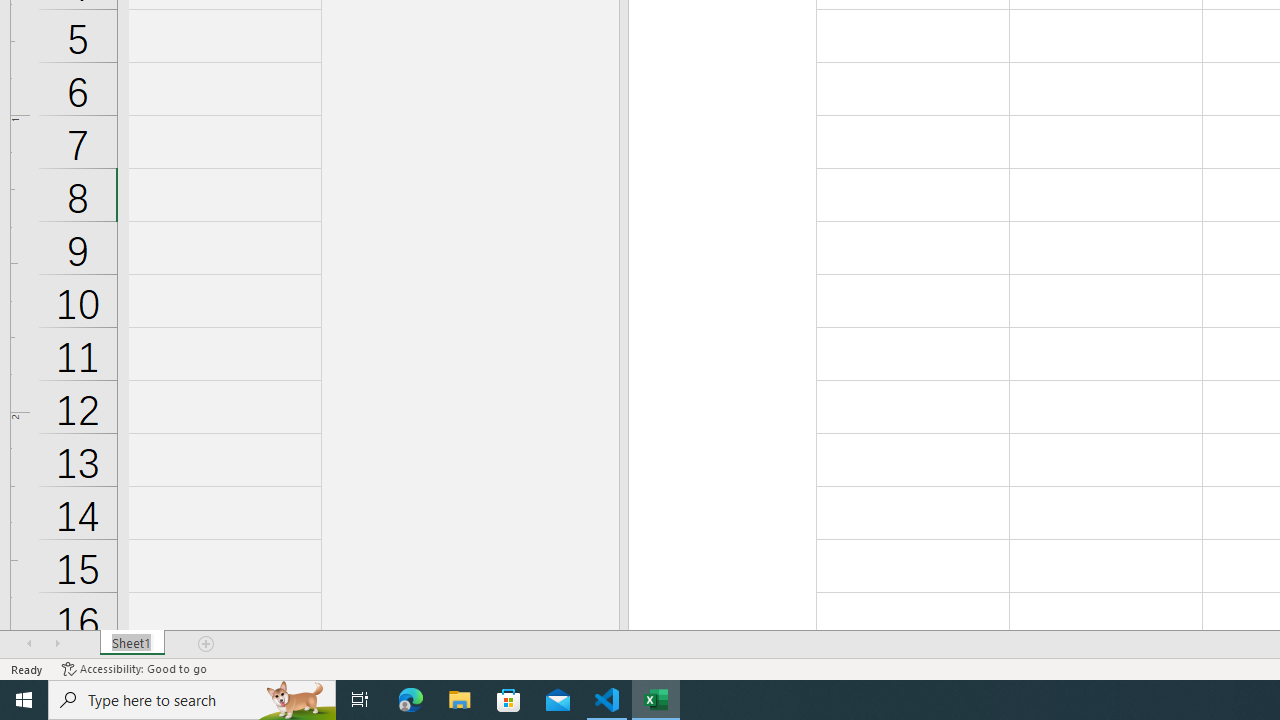  Describe the element at coordinates (29, 644) in the screenshot. I see `'Scroll Left'` at that location.